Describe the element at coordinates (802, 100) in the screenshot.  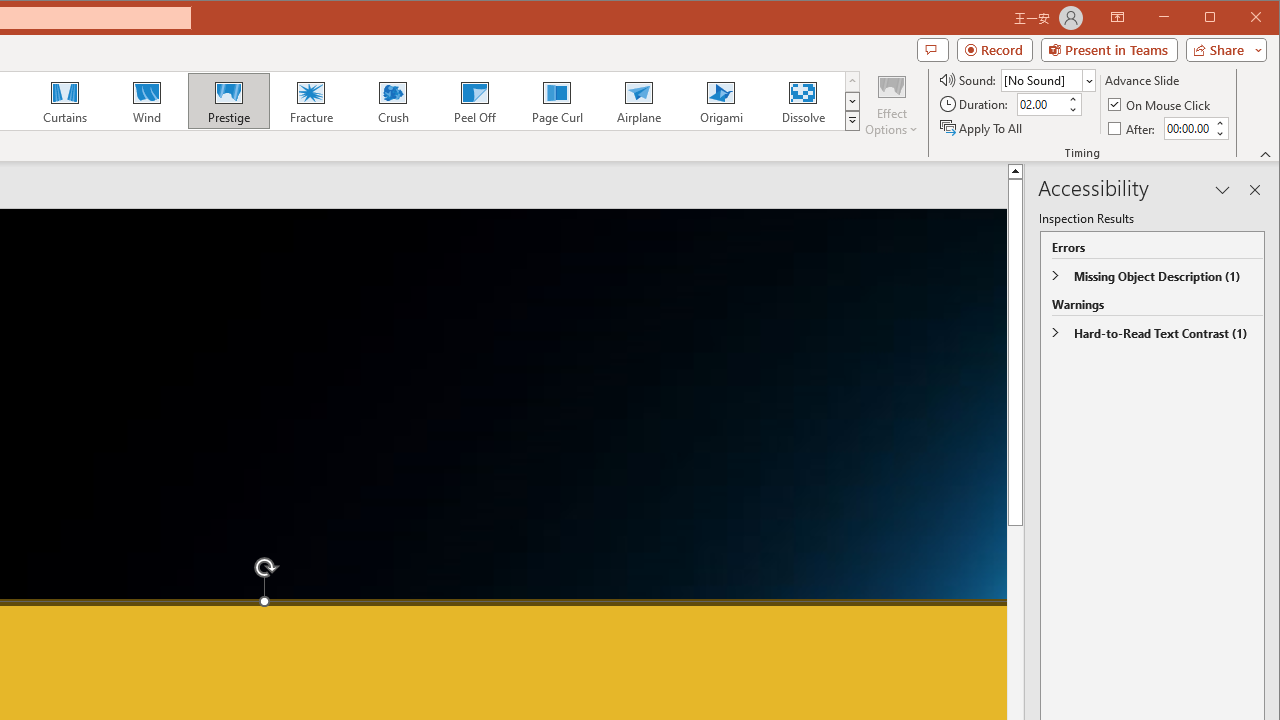
I see `'Dissolve'` at that location.